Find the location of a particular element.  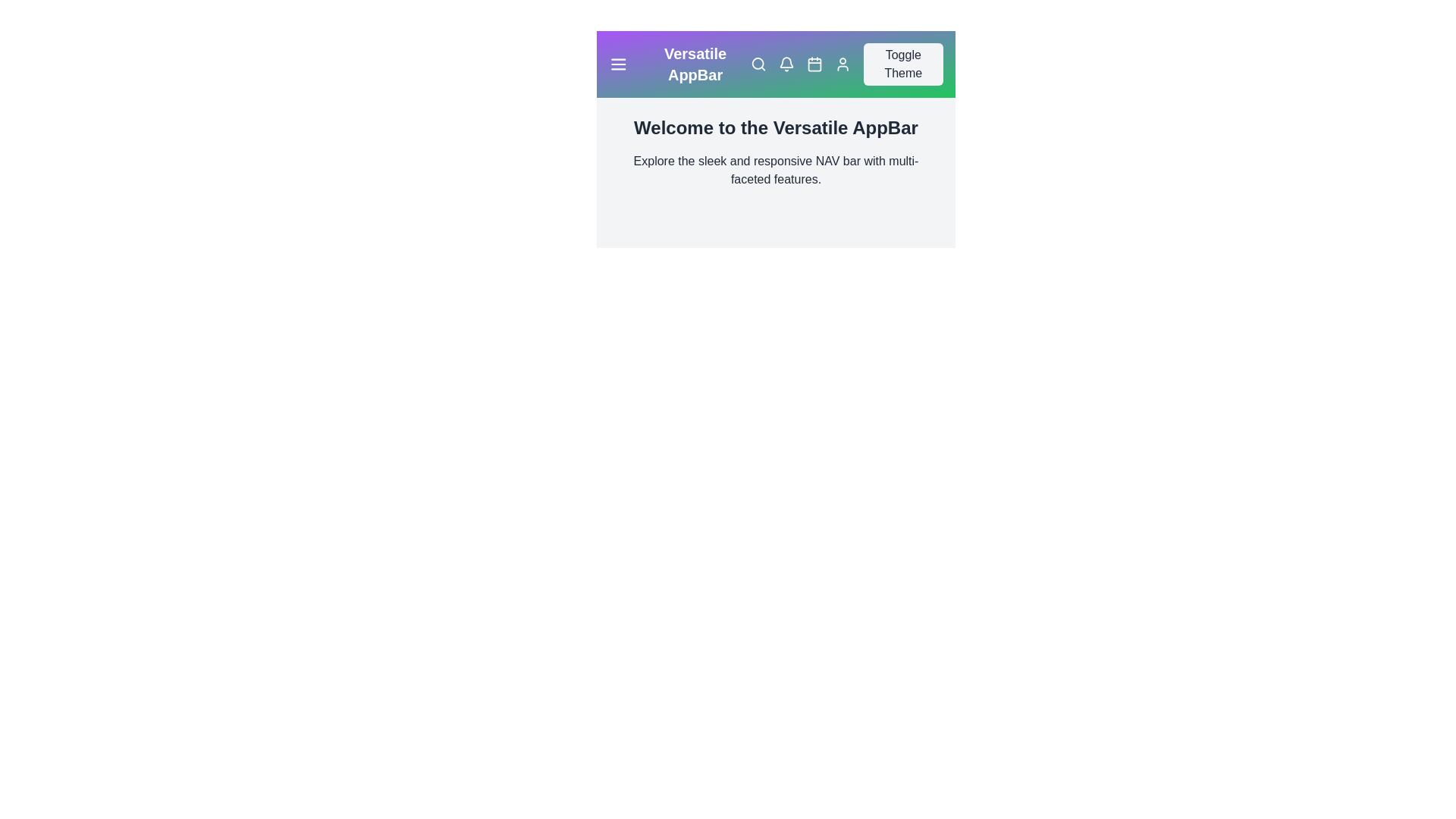

the notification bell icon to view alerts is located at coordinates (786, 63).